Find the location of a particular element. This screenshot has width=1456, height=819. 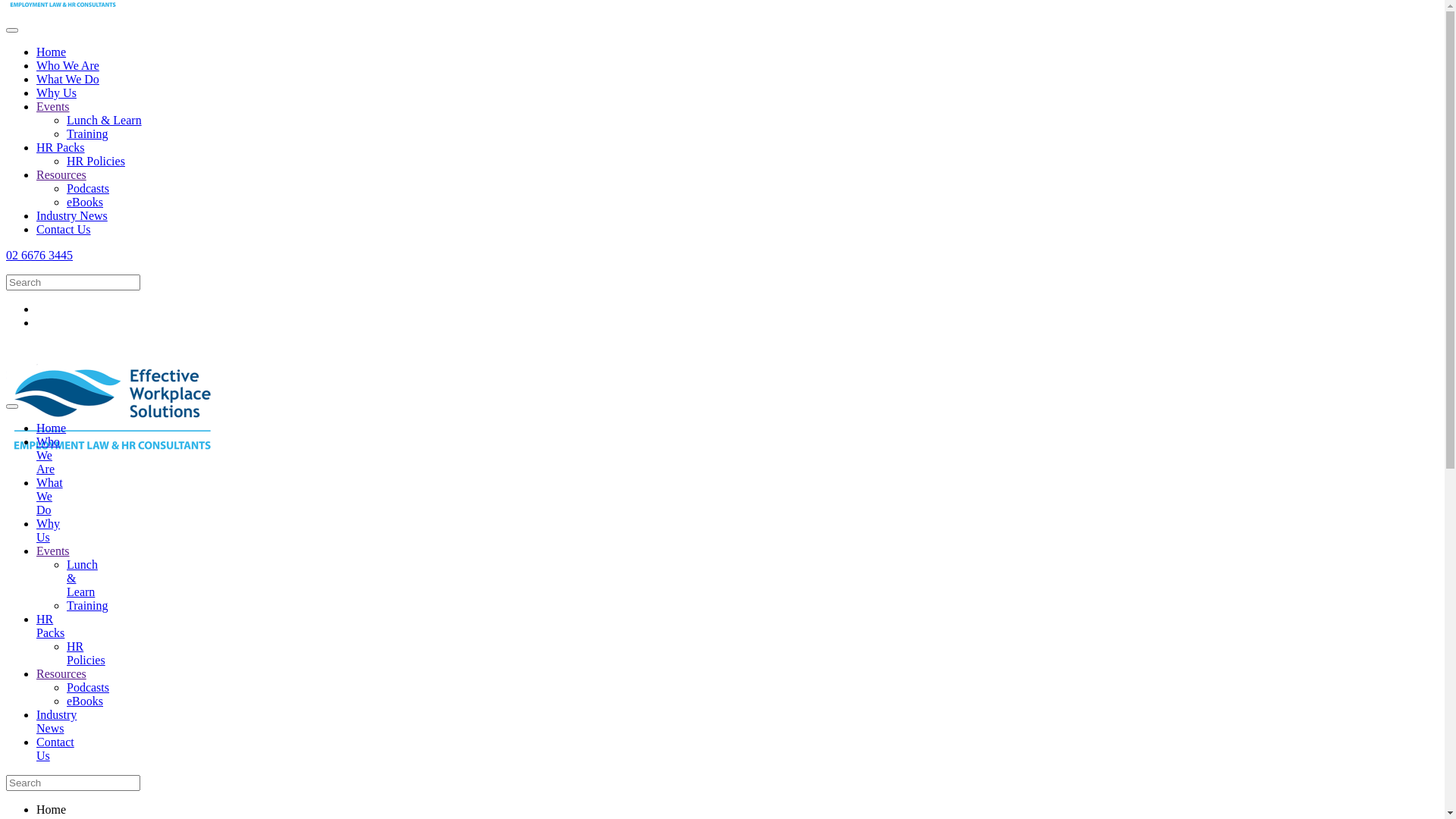

'eBooks' is located at coordinates (83, 201).